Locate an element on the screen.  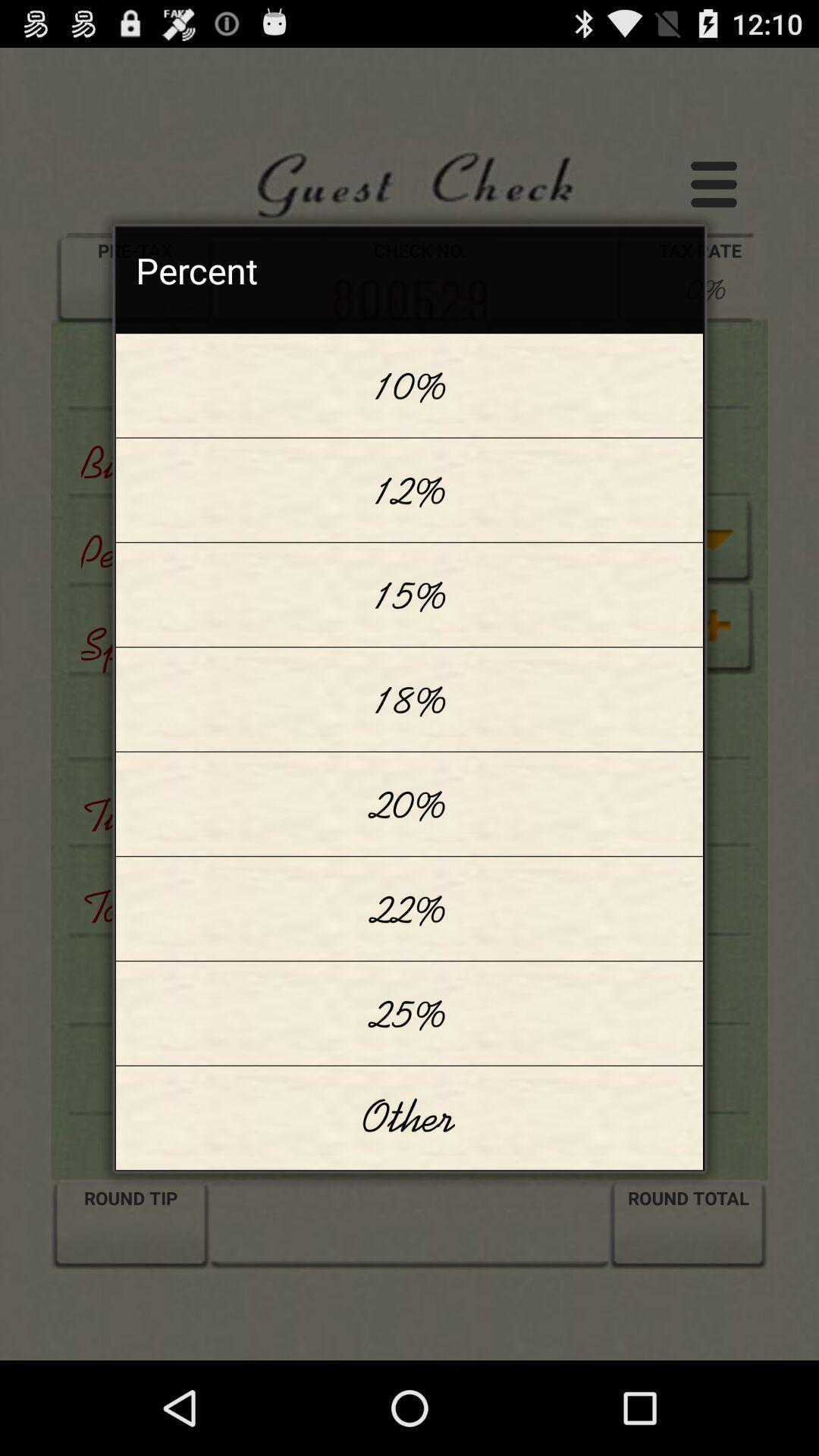
the item below 22% app is located at coordinates (409, 1013).